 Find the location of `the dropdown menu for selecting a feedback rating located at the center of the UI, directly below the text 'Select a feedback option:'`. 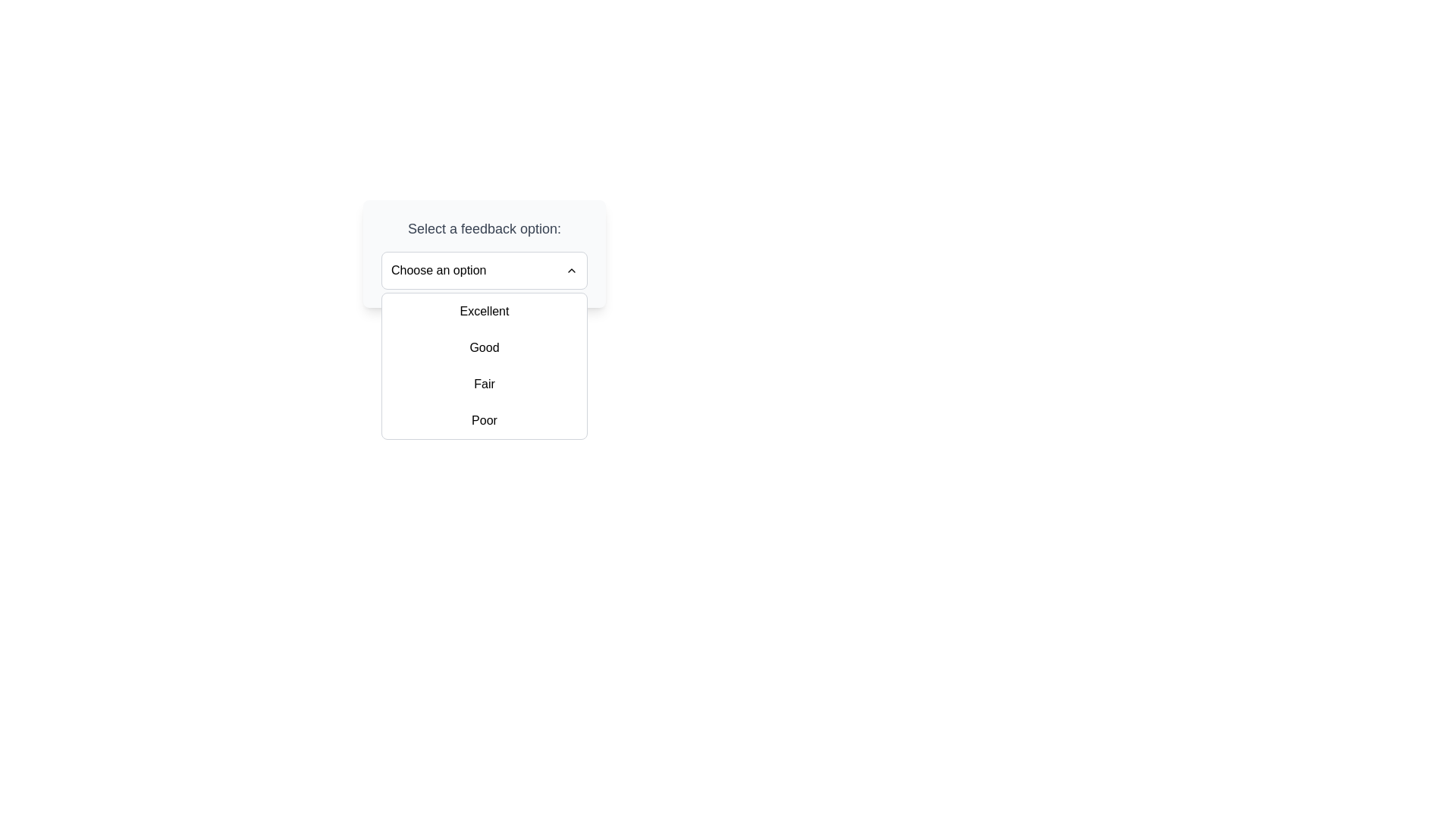

the dropdown menu for selecting a feedback rating located at the center of the UI, directly below the text 'Select a feedback option:' is located at coordinates (483, 270).